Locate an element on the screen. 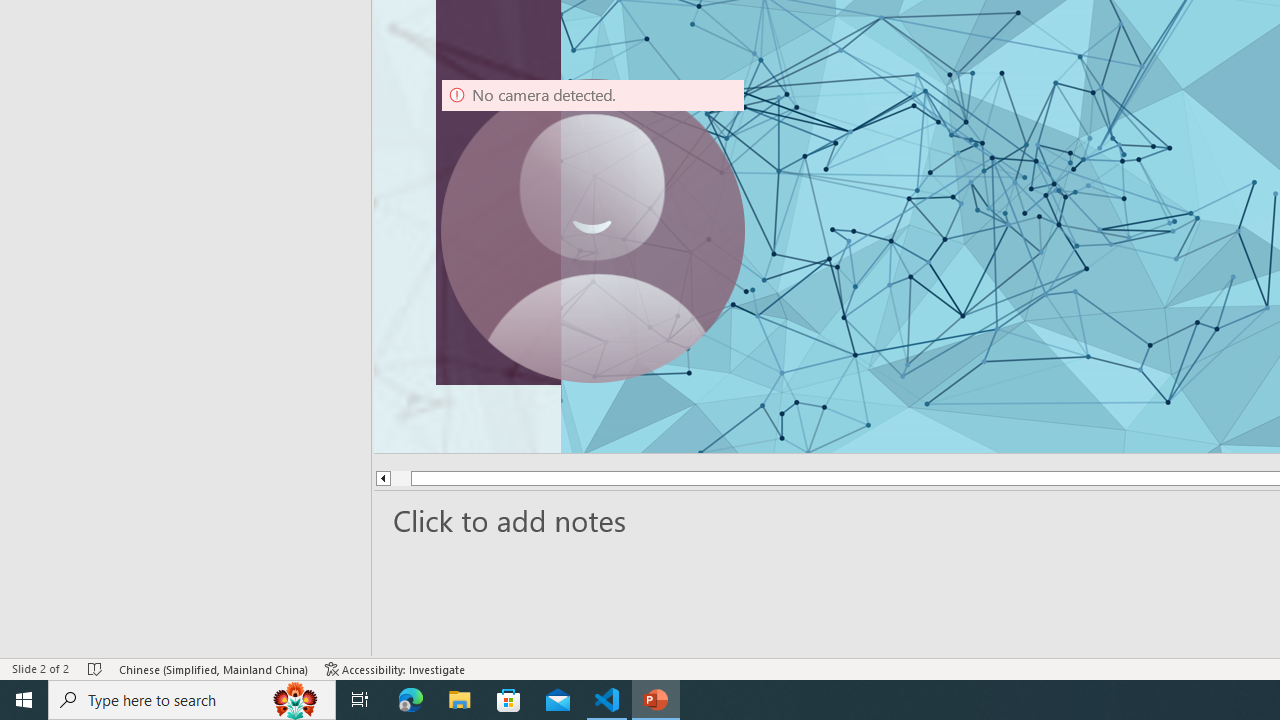 The width and height of the screenshot is (1280, 720). 'Camera 9, No camera detected.' is located at coordinates (592, 229).